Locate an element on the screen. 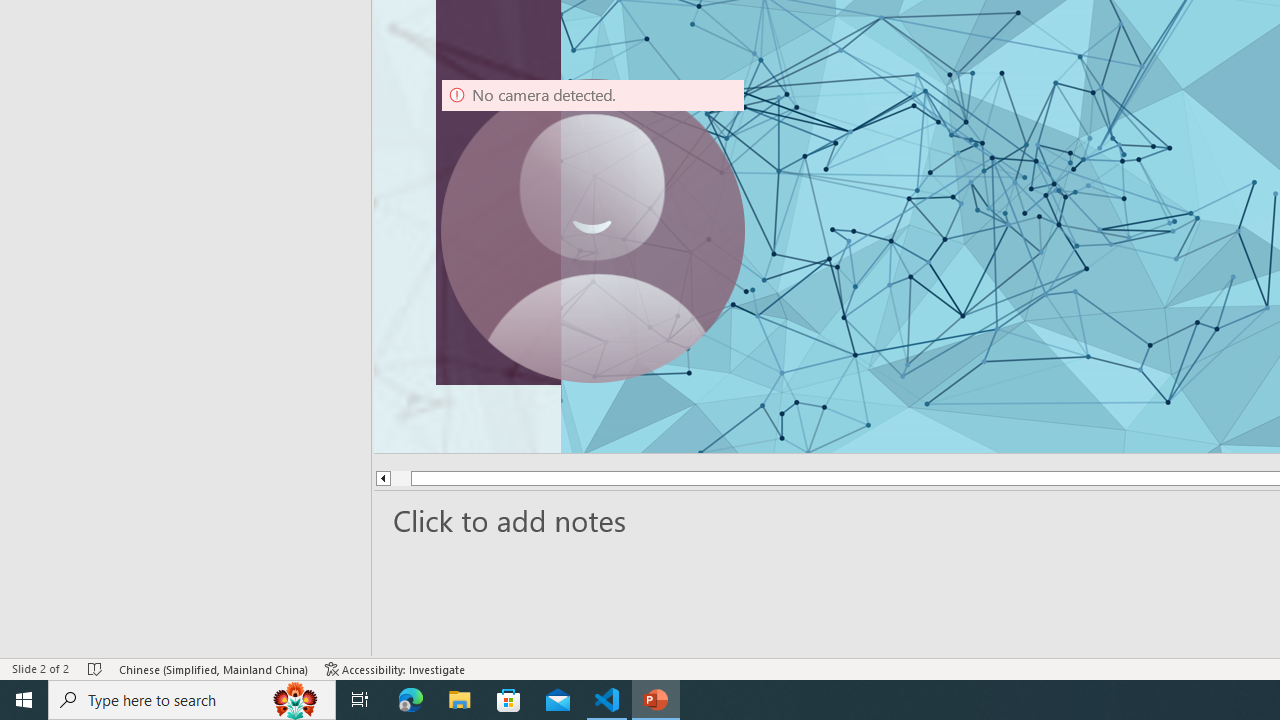 The width and height of the screenshot is (1280, 720). 'Camera 9, No camera detected.' is located at coordinates (592, 229).